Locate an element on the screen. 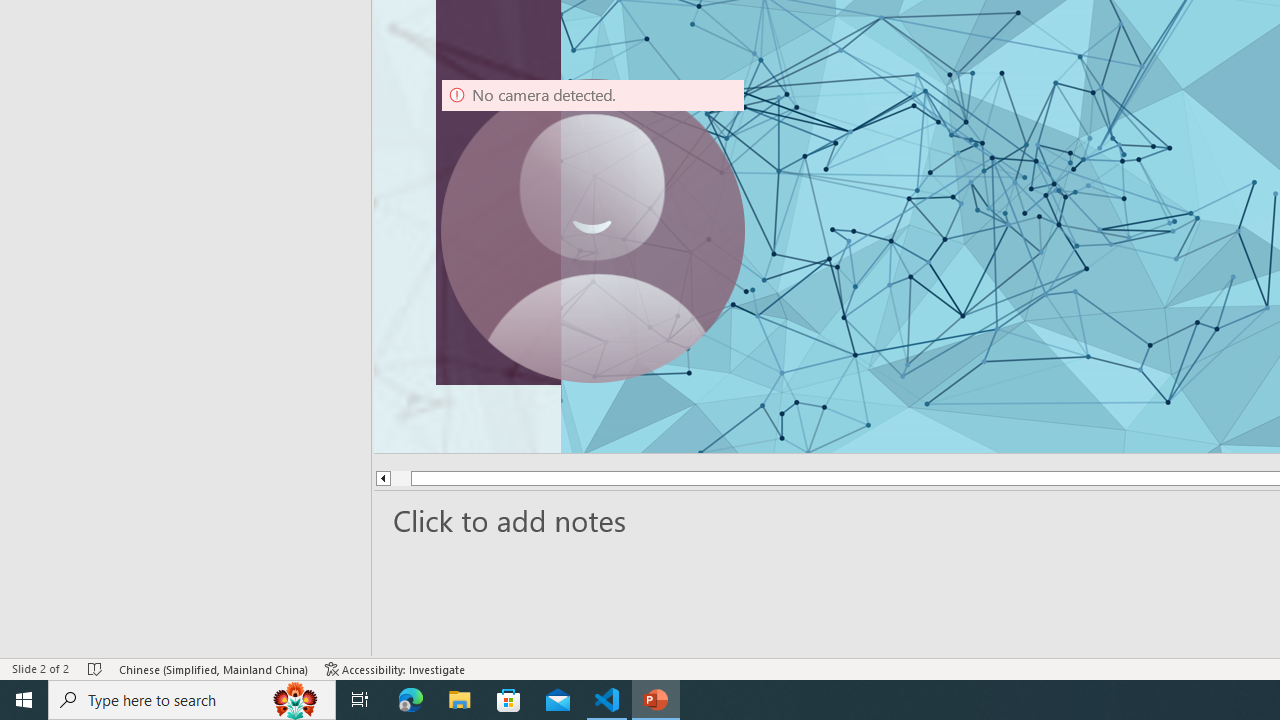 The width and height of the screenshot is (1280, 720). 'Camera 9, No camera detected.' is located at coordinates (592, 229).